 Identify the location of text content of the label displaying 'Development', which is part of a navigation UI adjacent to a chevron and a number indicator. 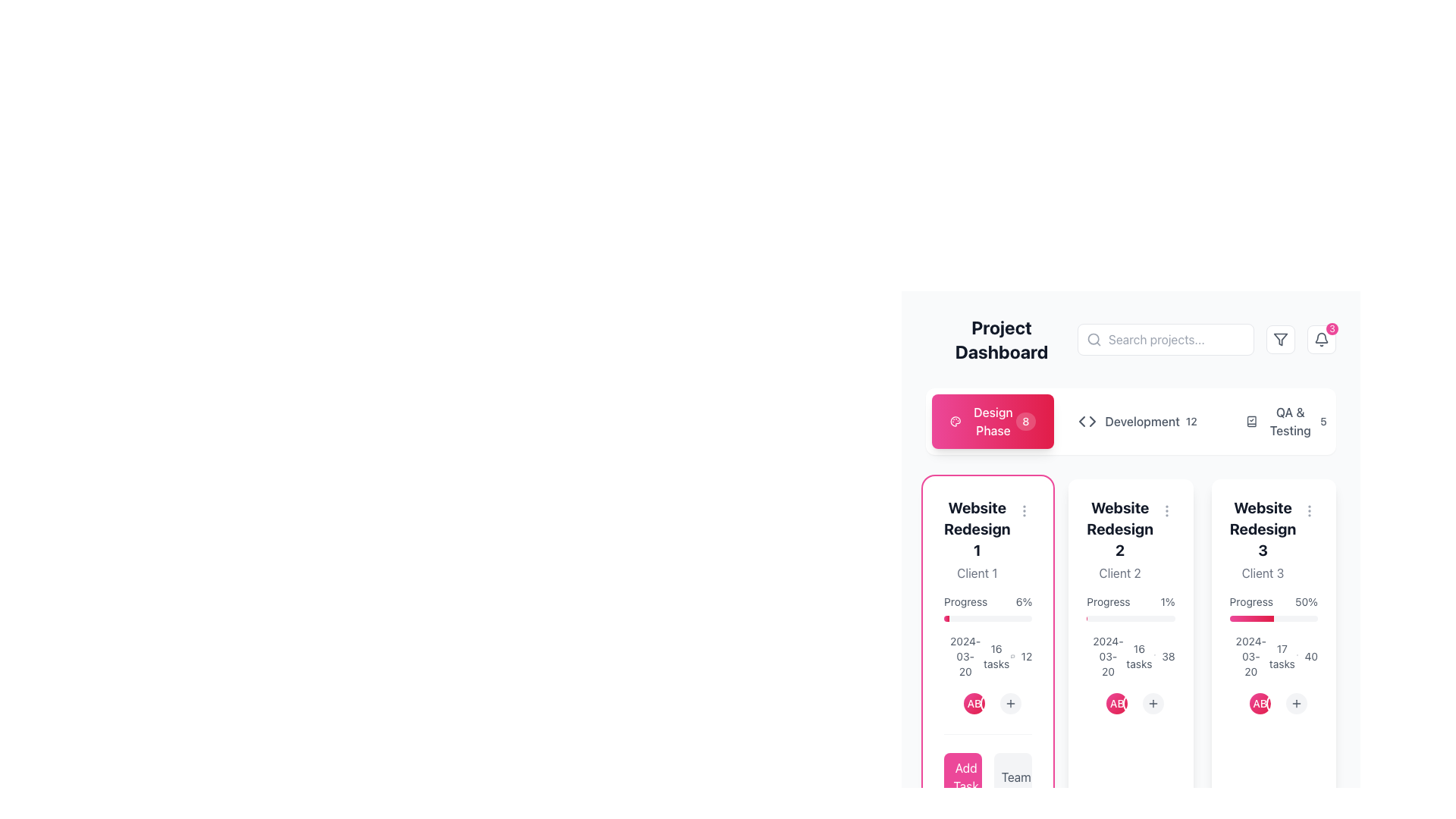
(1142, 421).